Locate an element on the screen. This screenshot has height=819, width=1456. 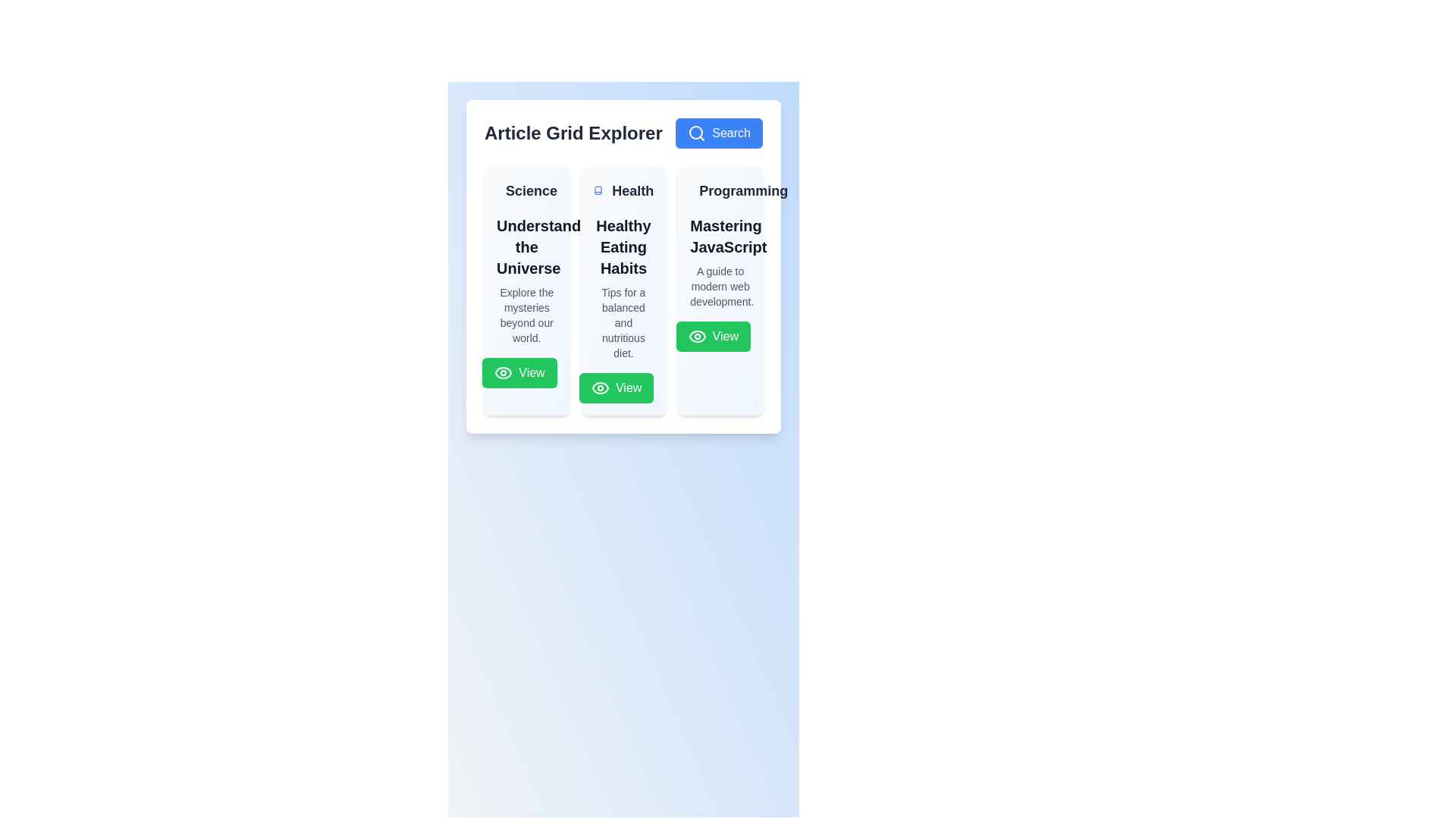
the block of text styled in a gray-colored small-sized font that presents the message 'Tips for a balanced and nutritious diet.' This text is located underneath the heading 'Healthy Eating Habits' and above a 'View' button is located at coordinates (623, 322).